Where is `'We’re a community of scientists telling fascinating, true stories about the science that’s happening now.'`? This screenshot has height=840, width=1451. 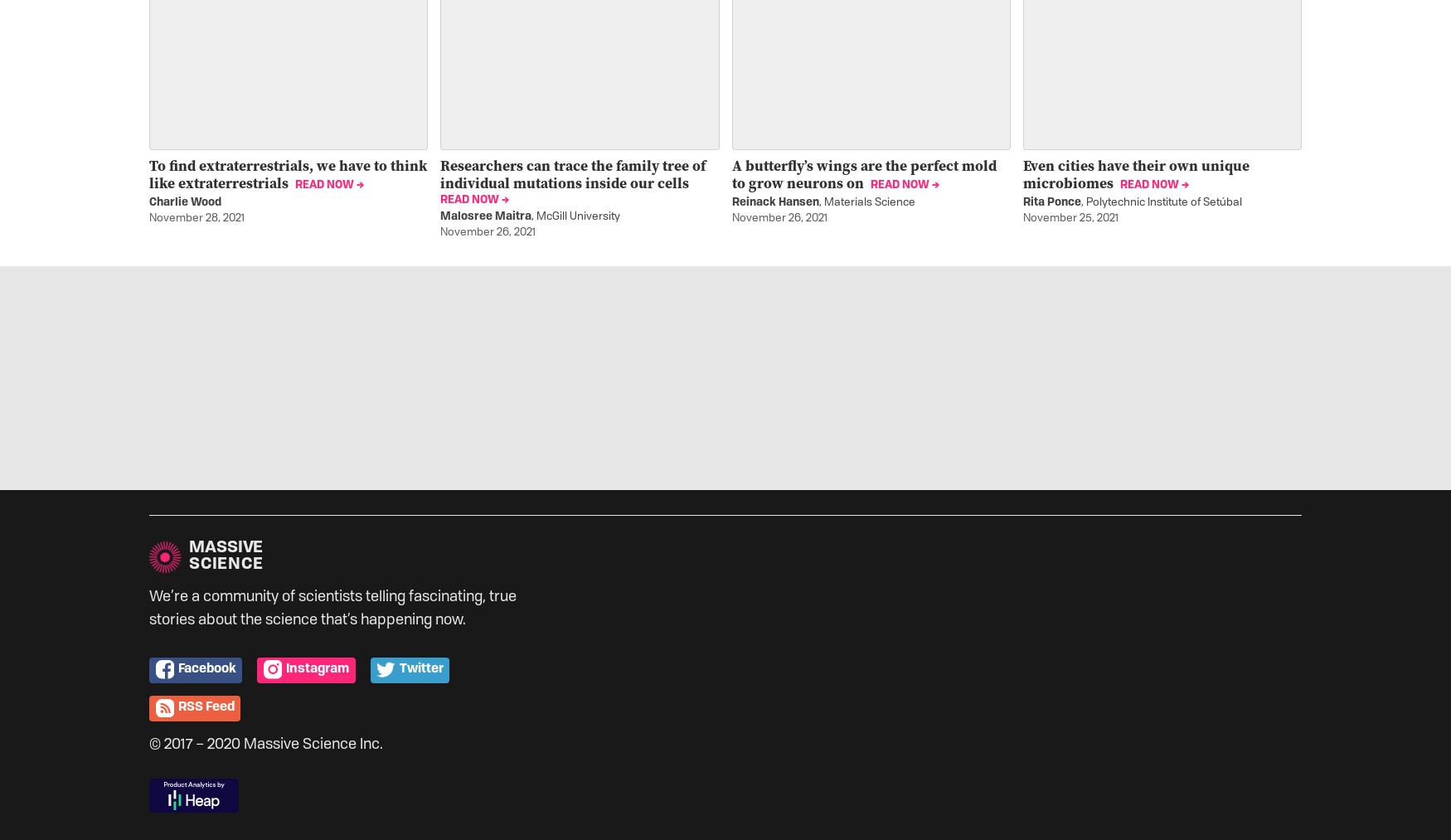
'We’re a community of scientists telling fascinating, true stories about the science that’s happening now.' is located at coordinates (148, 608).